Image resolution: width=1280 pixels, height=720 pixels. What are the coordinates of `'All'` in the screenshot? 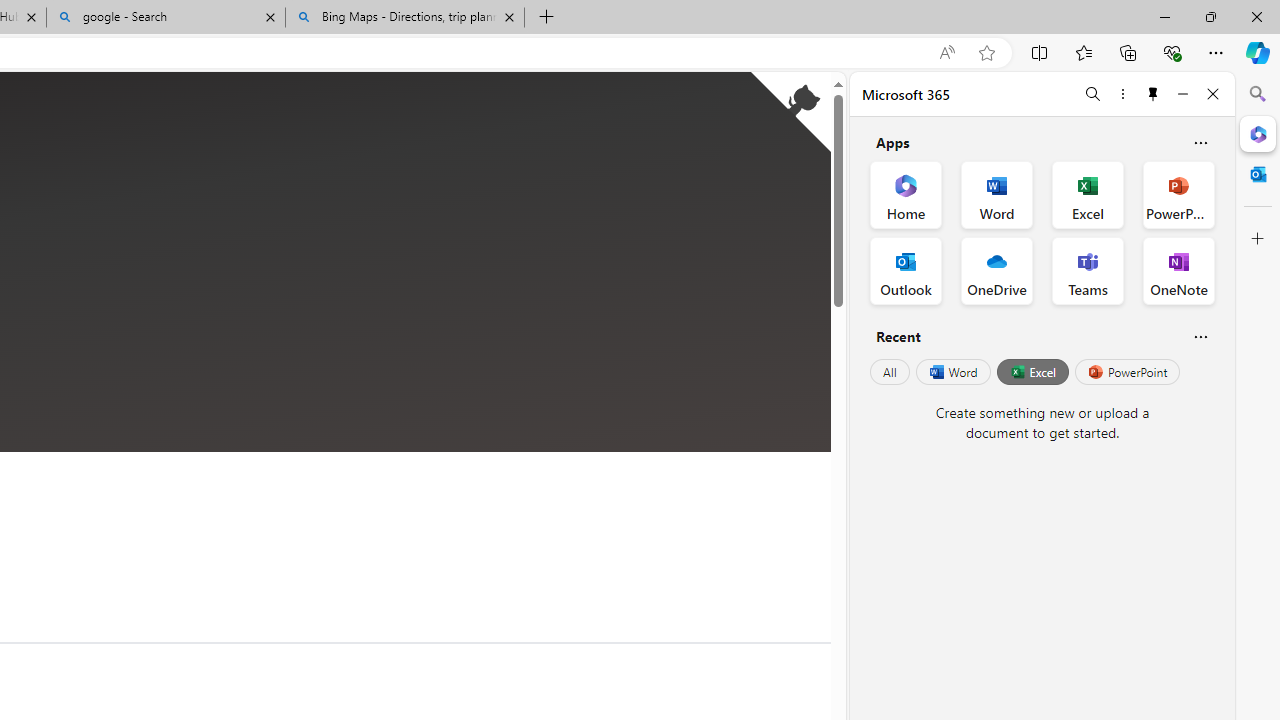 It's located at (889, 372).